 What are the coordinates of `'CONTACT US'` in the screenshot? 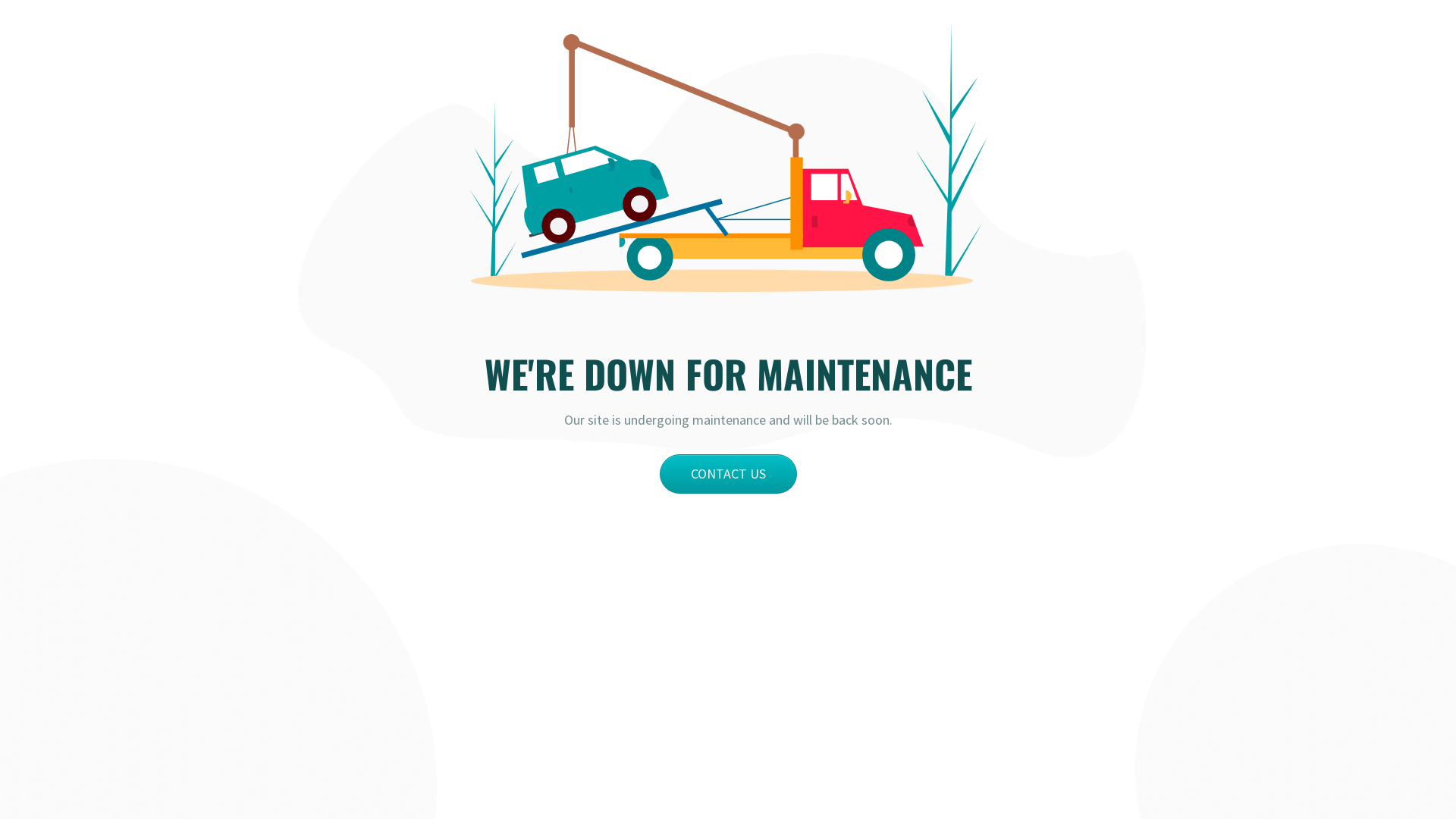 It's located at (728, 472).